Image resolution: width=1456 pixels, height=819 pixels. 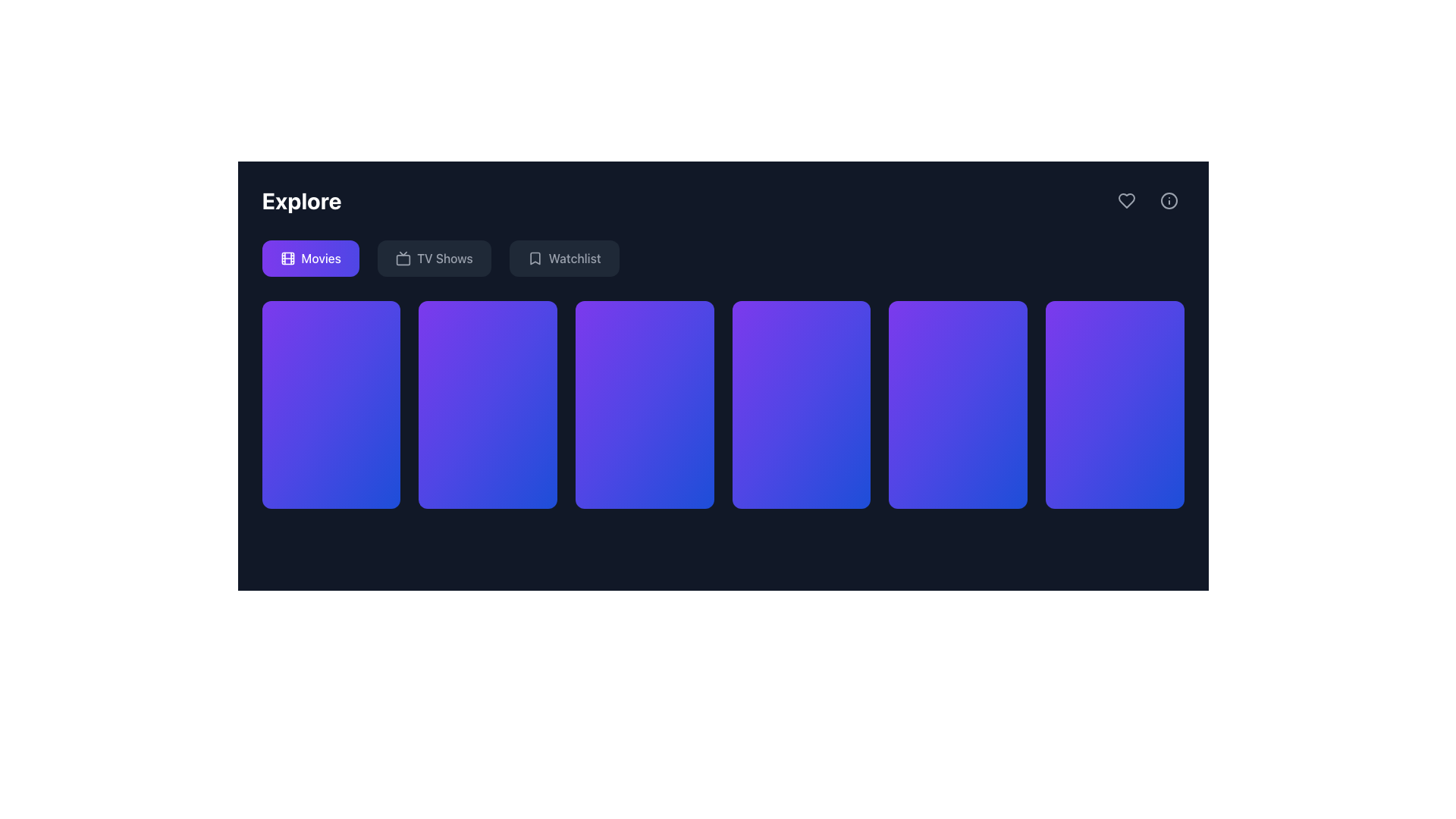 What do you see at coordinates (433, 257) in the screenshot?
I see `the 'TV Shows' button, which is the second option in the navigation bar below the 'Explore' header, to activate its hover state` at bounding box center [433, 257].